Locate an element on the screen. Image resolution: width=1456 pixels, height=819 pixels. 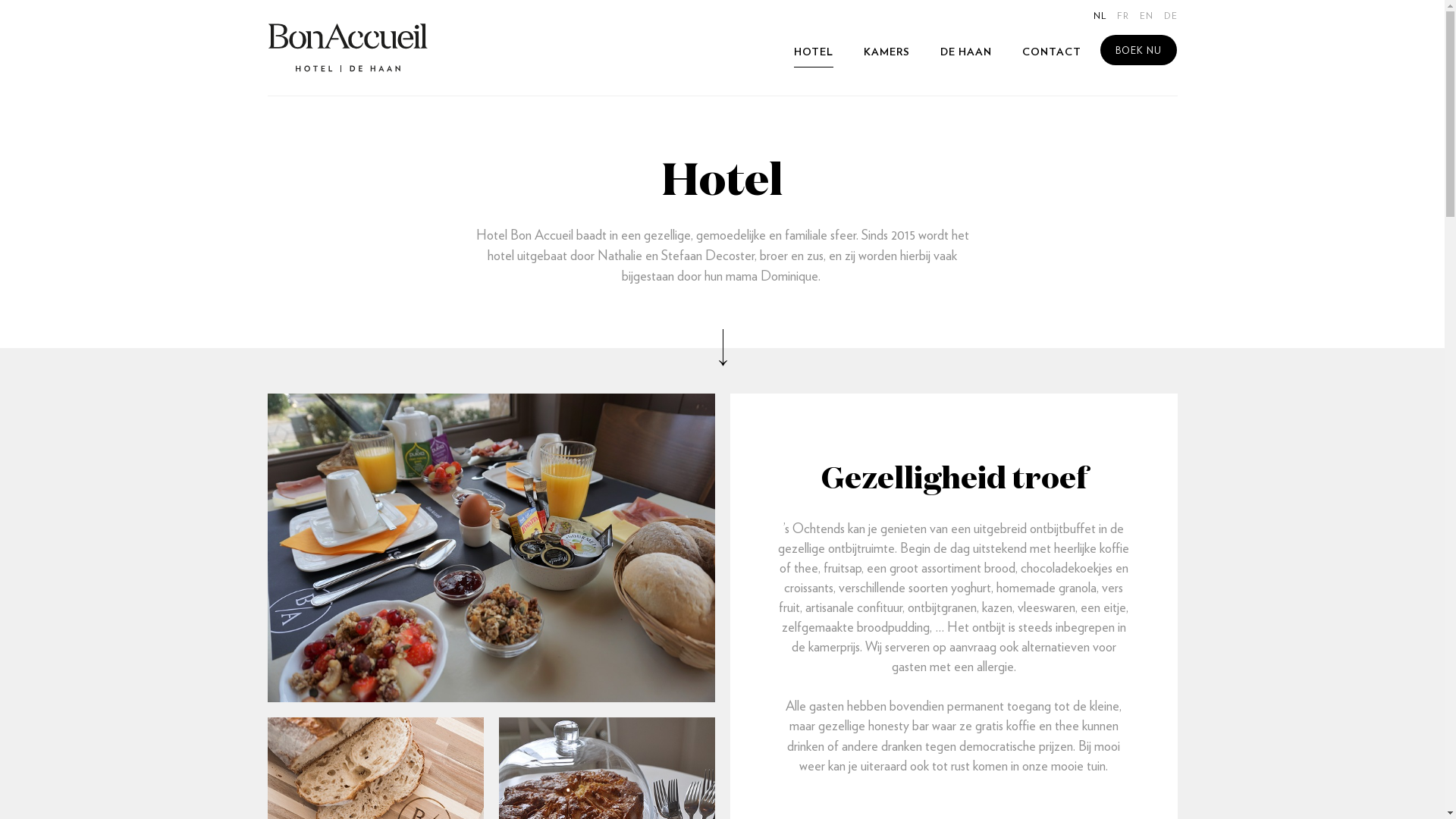
'BOEK NU' is located at coordinates (1099, 49).